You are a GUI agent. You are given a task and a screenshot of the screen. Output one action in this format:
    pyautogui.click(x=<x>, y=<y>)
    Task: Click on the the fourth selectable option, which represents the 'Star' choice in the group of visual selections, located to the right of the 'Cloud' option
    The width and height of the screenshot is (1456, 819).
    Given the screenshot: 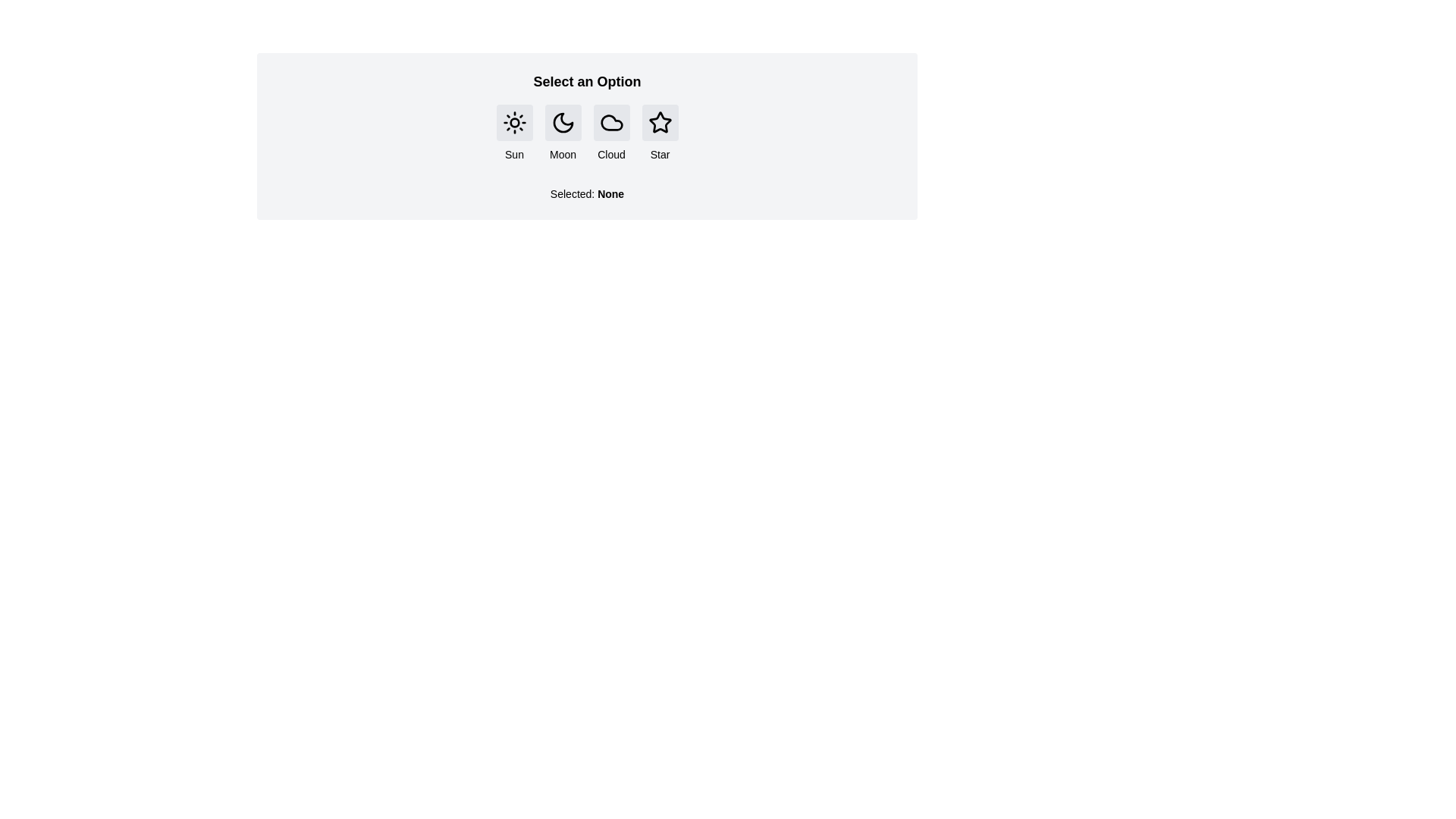 What is the action you would take?
    pyautogui.click(x=660, y=133)
    